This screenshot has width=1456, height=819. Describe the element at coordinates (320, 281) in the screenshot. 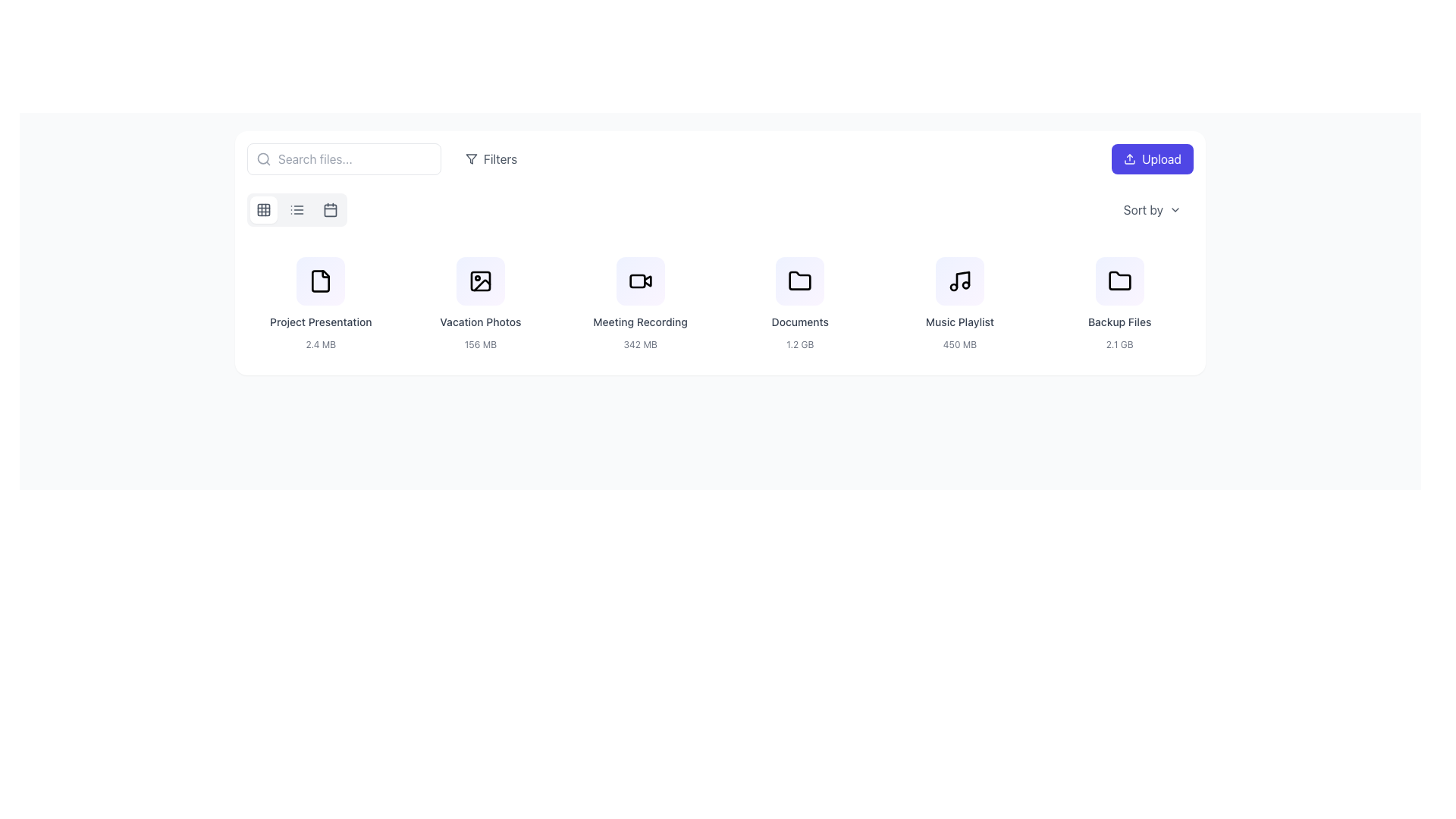

I see `the file icon, which is a minimalist line-art representation of a rectangular file with a folded upper-right corner, located within the 'Project Presentation' card` at that location.